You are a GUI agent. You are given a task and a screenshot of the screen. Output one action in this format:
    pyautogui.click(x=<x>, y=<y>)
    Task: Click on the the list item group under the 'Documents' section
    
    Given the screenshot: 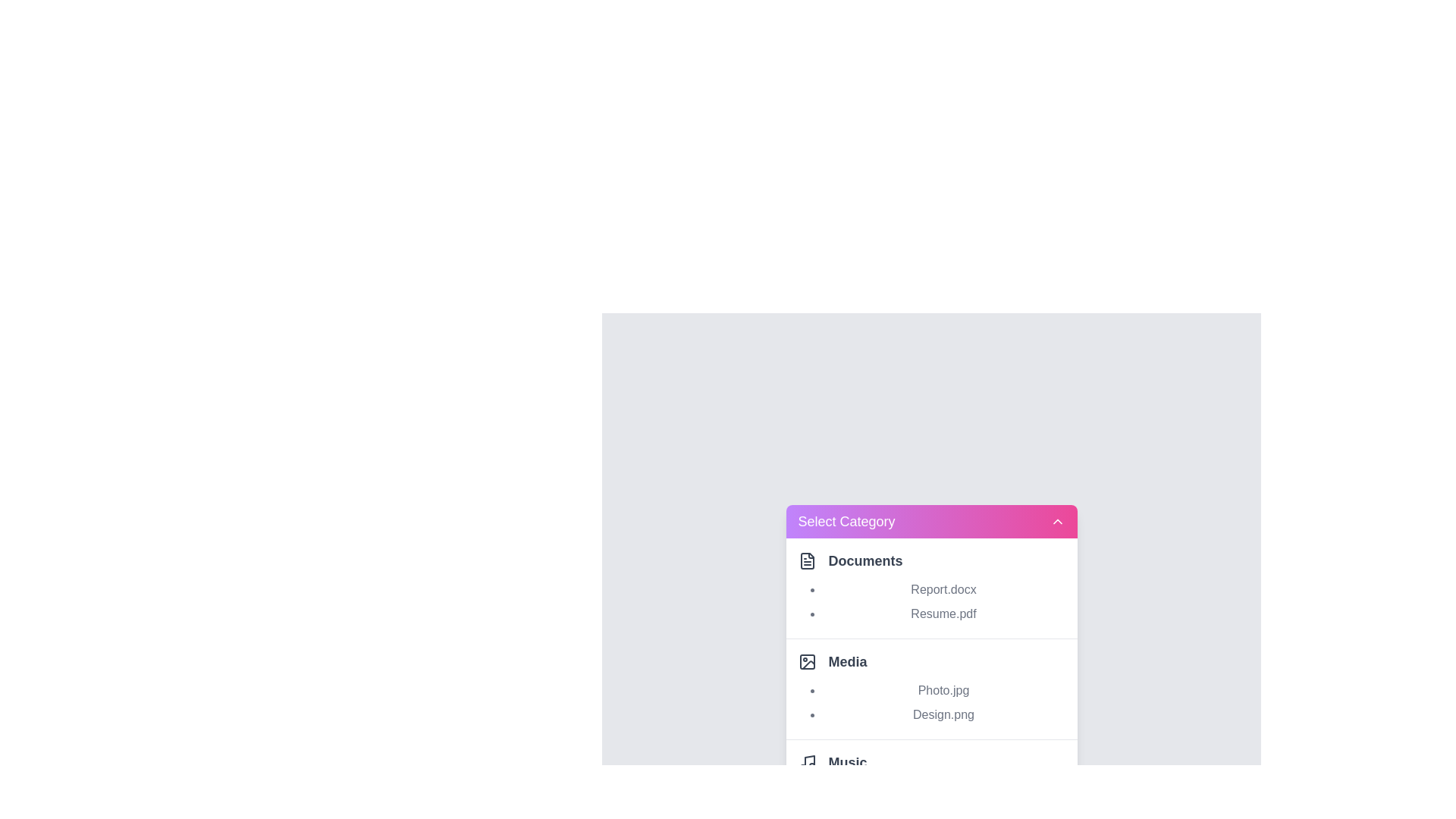 What is the action you would take?
    pyautogui.click(x=943, y=601)
    